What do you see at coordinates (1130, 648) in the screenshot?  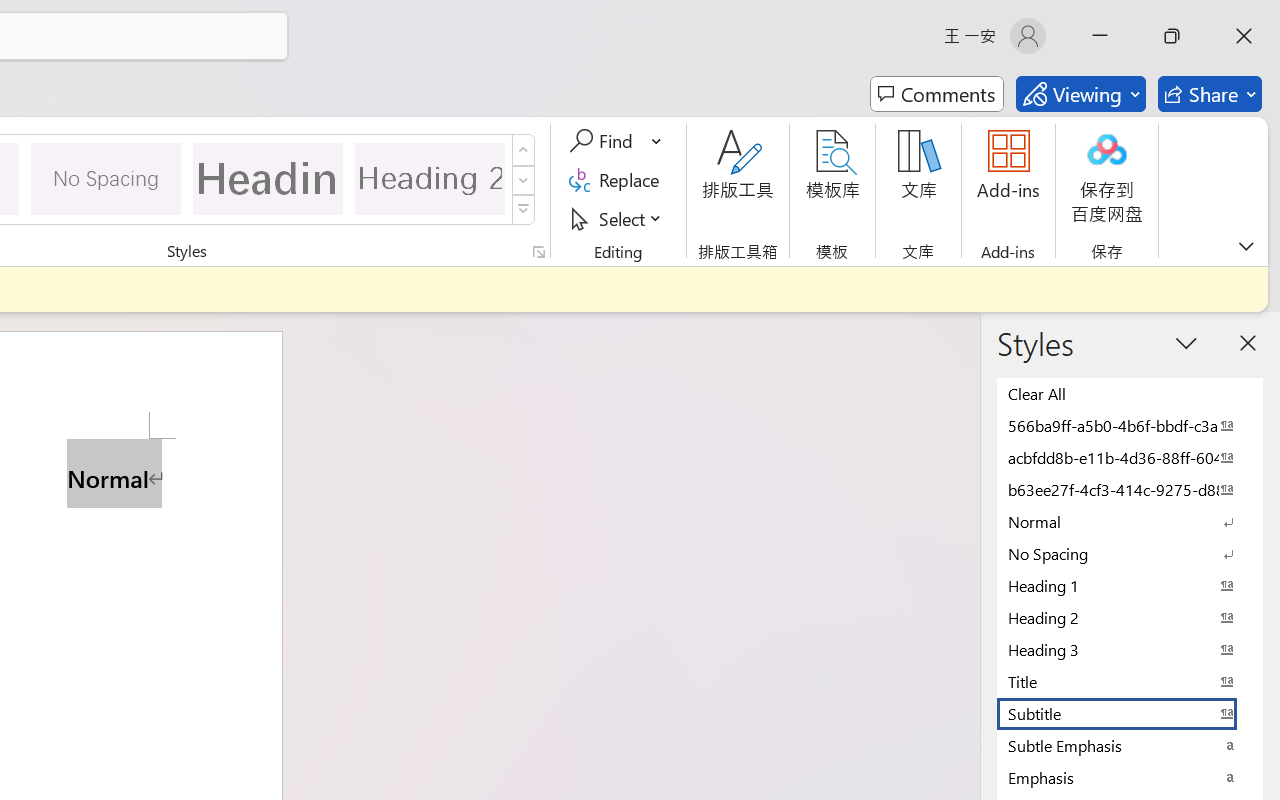 I see `'Heading 3'` at bounding box center [1130, 648].